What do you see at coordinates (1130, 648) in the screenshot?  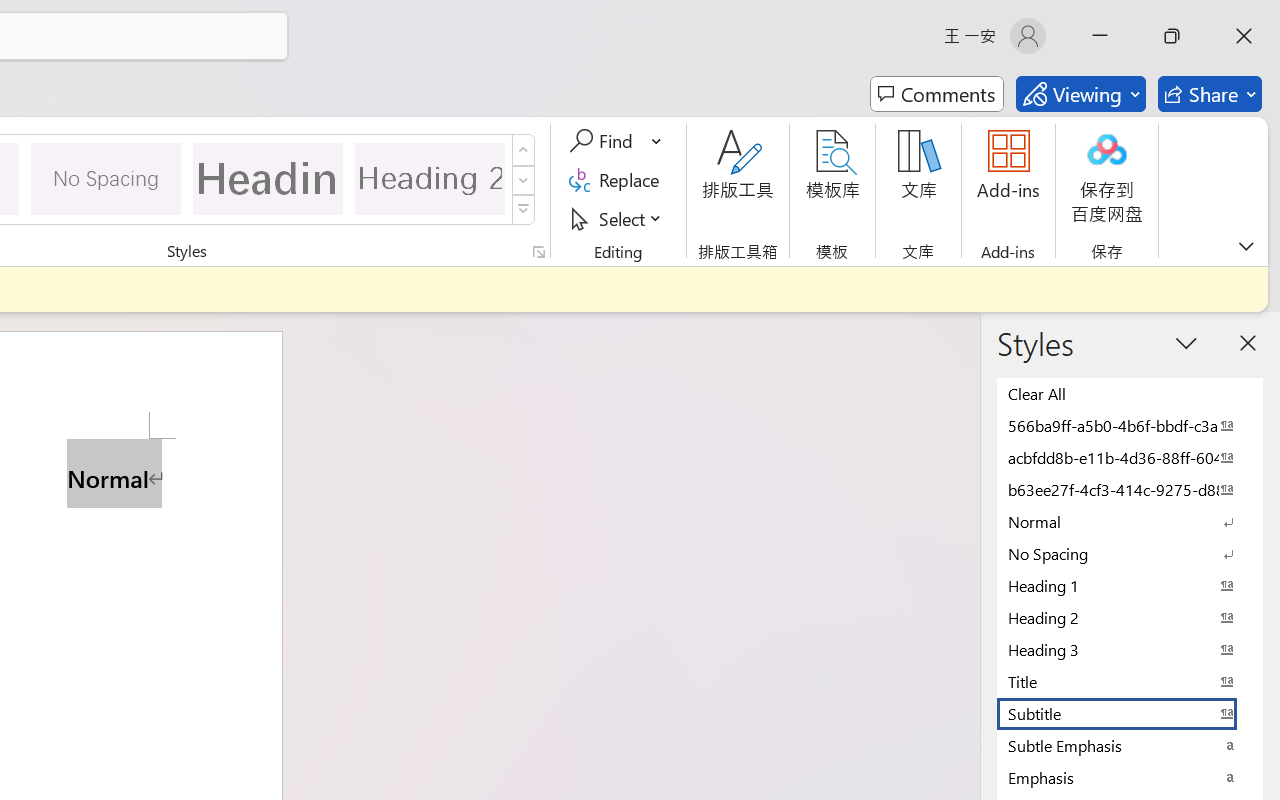 I see `'Heading 3'` at bounding box center [1130, 648].